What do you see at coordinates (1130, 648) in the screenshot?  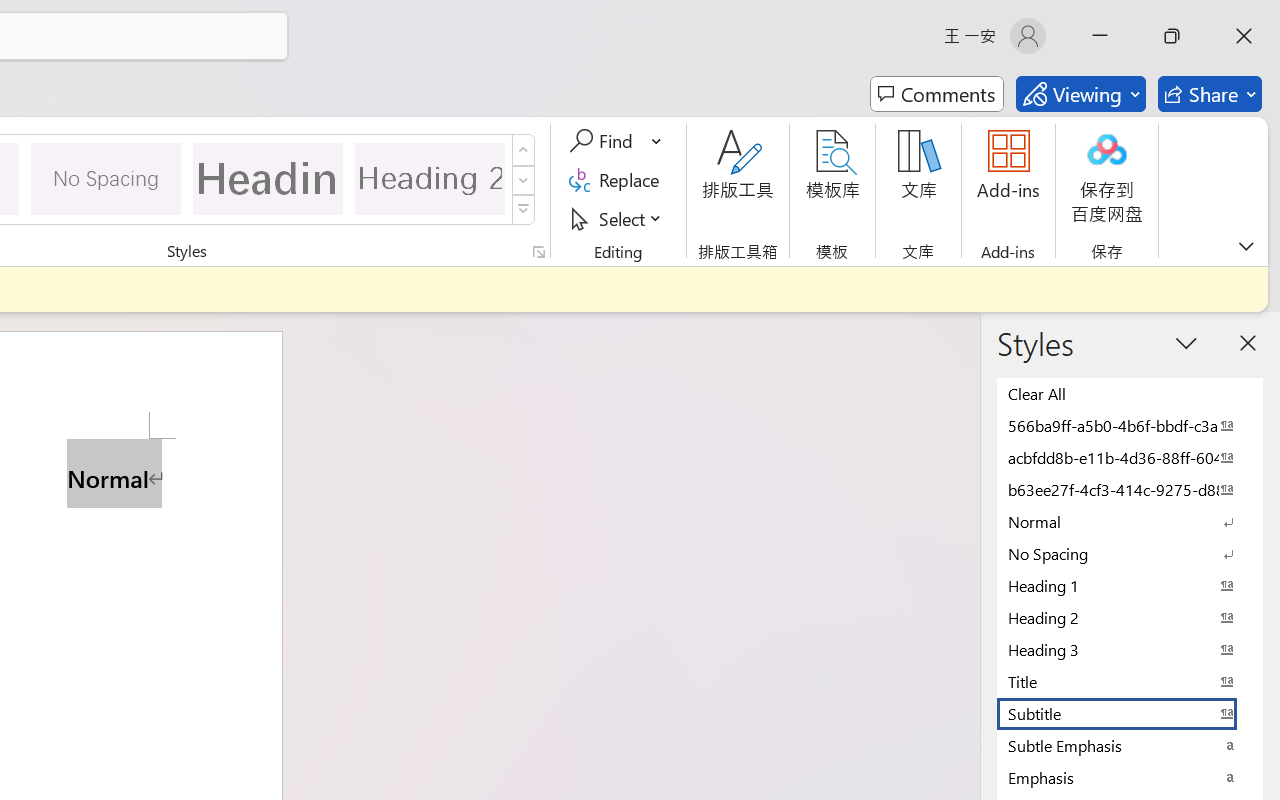 I see `'Heading 3'` at bounding box center [1130, 648].